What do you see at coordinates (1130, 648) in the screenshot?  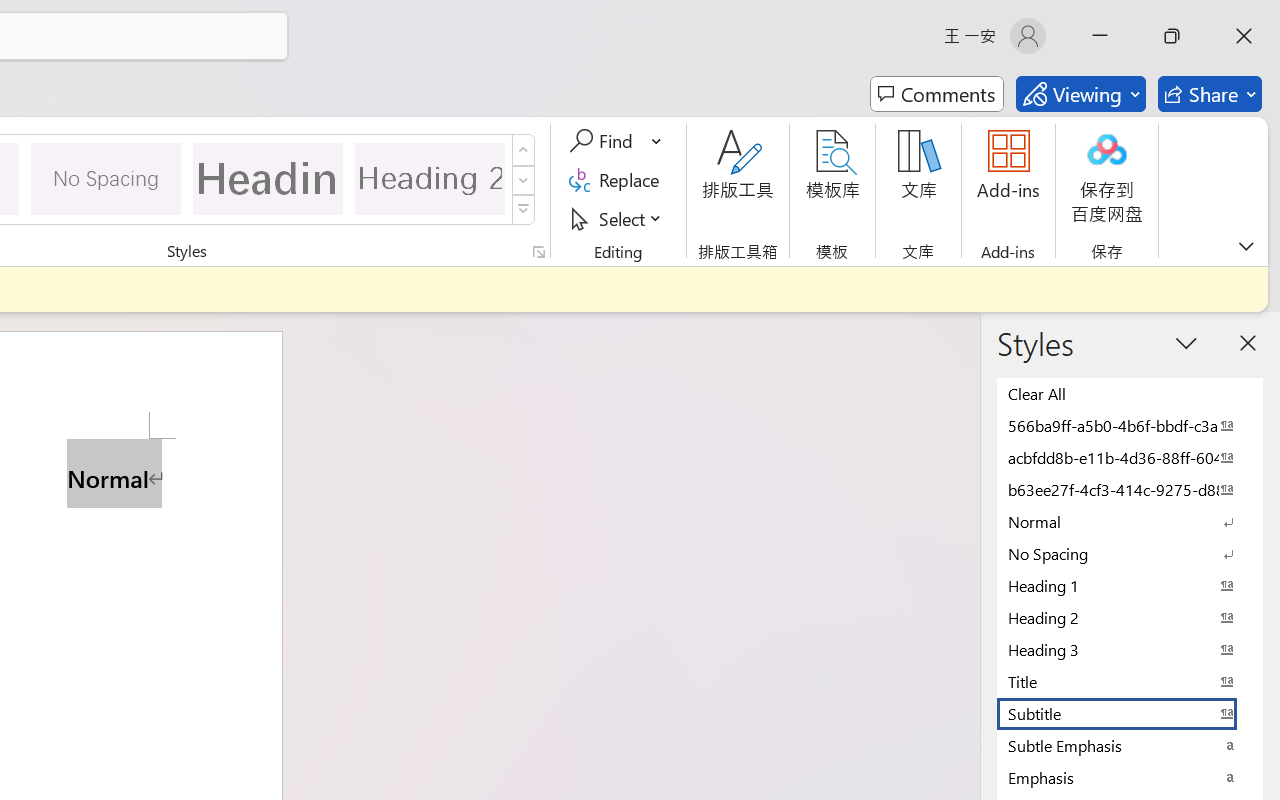 I see `'Heading 3'` at bounding box center [1130, 648].